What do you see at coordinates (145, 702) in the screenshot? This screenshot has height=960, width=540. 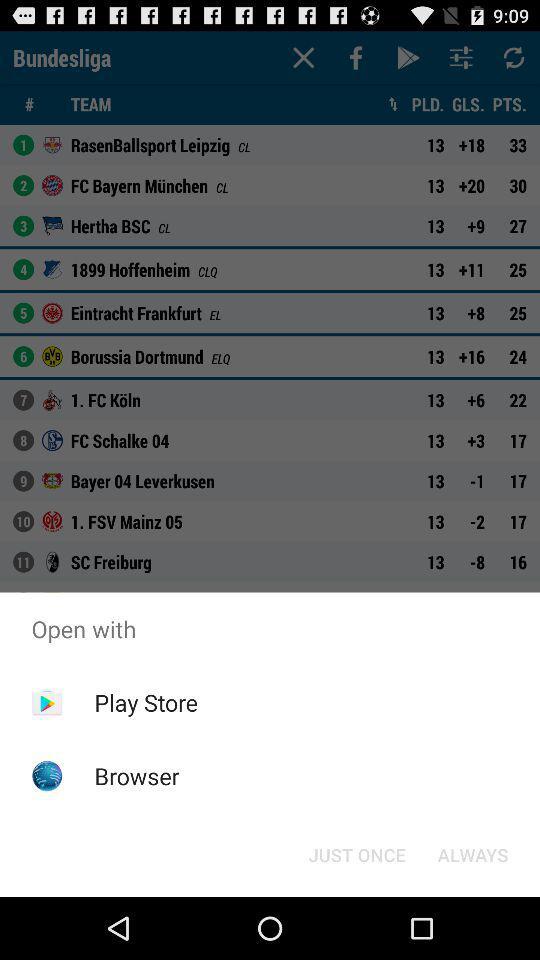 I see `the icon above browser item` at bounding box center [145, 702].